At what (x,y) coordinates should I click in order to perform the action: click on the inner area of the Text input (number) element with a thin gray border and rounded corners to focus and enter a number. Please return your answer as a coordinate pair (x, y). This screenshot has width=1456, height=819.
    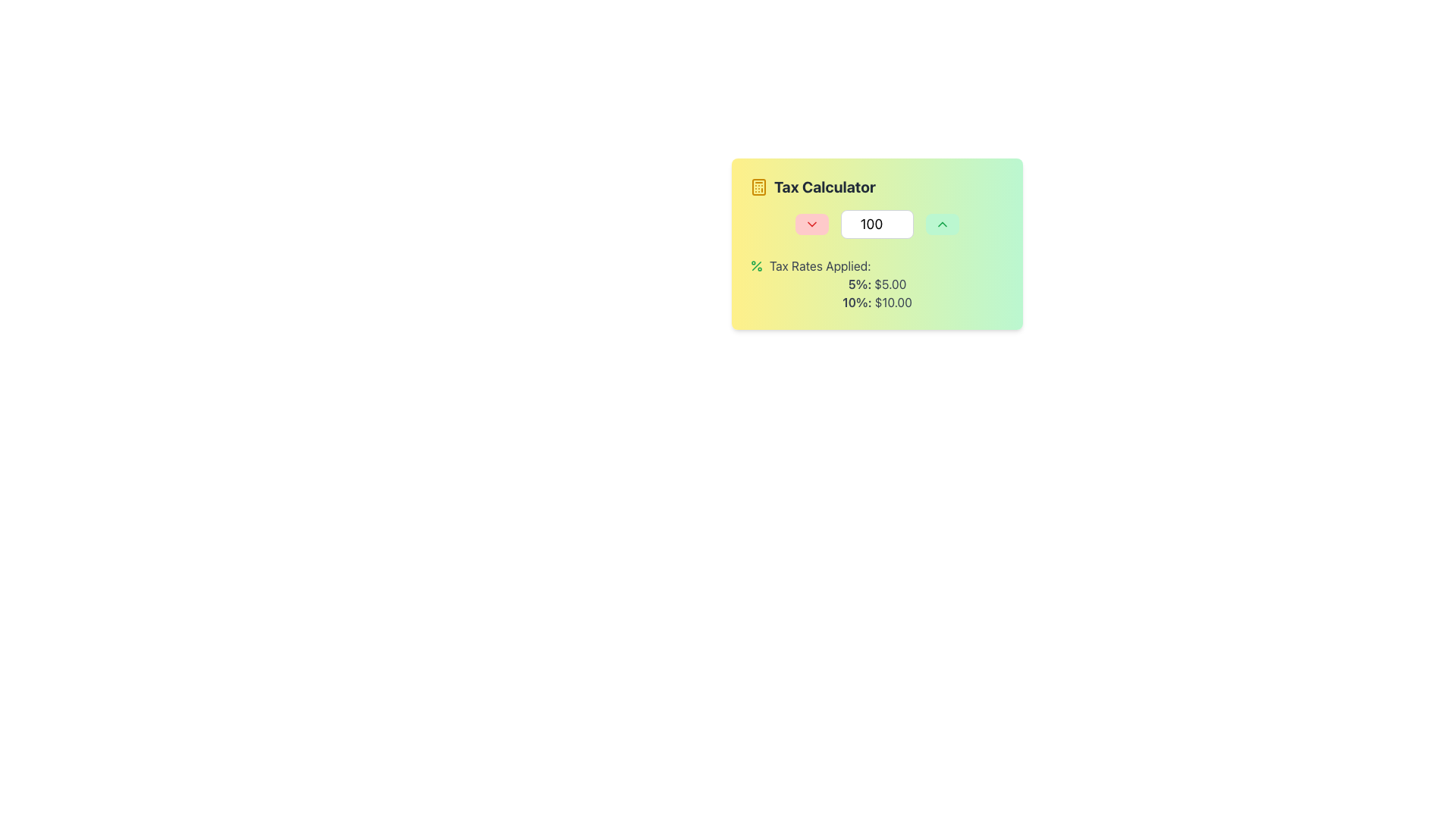
    Looking at the image, I should click on (877, 224).